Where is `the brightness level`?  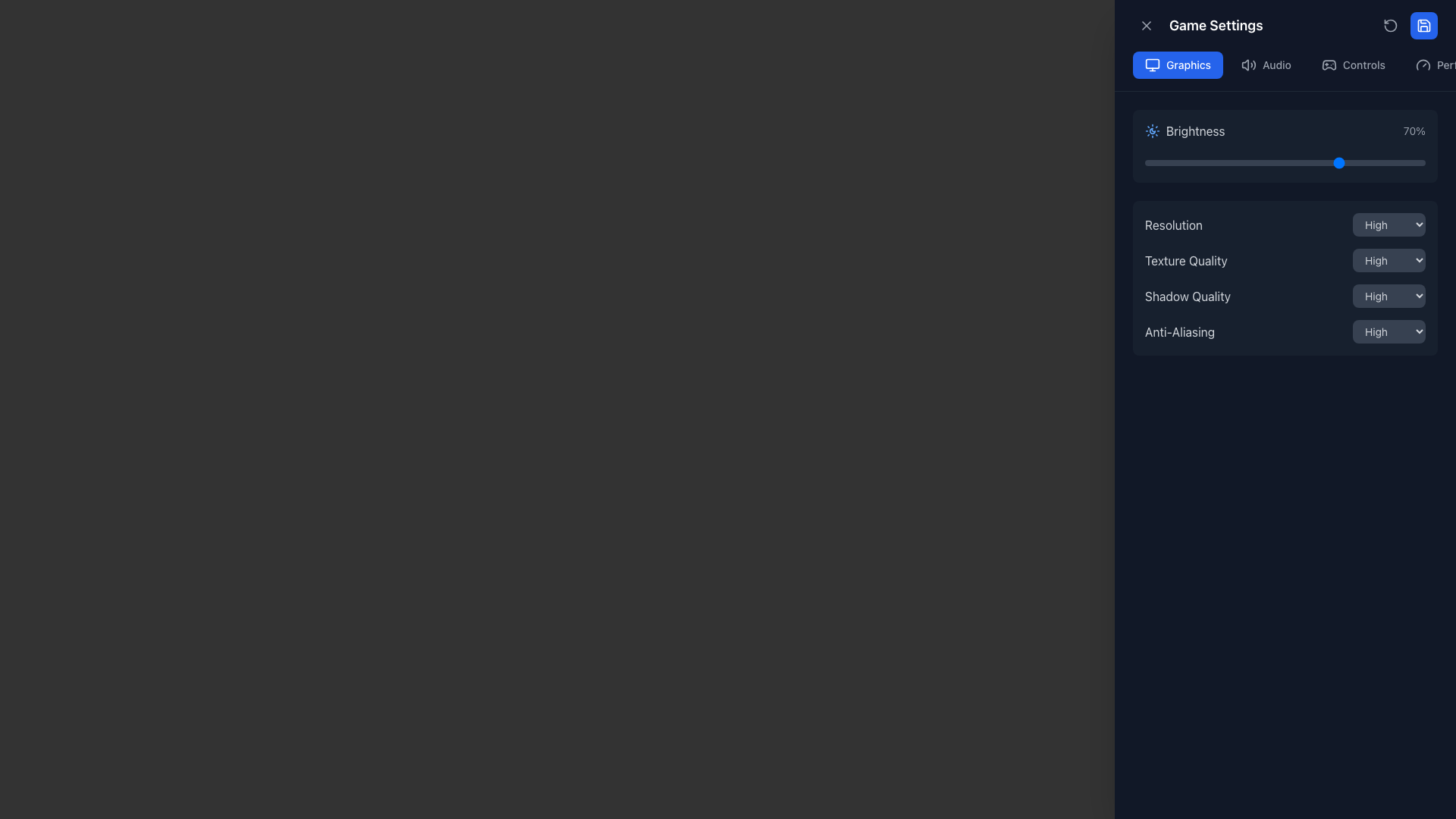 the brightness level is located at coordinates (1145, 163).